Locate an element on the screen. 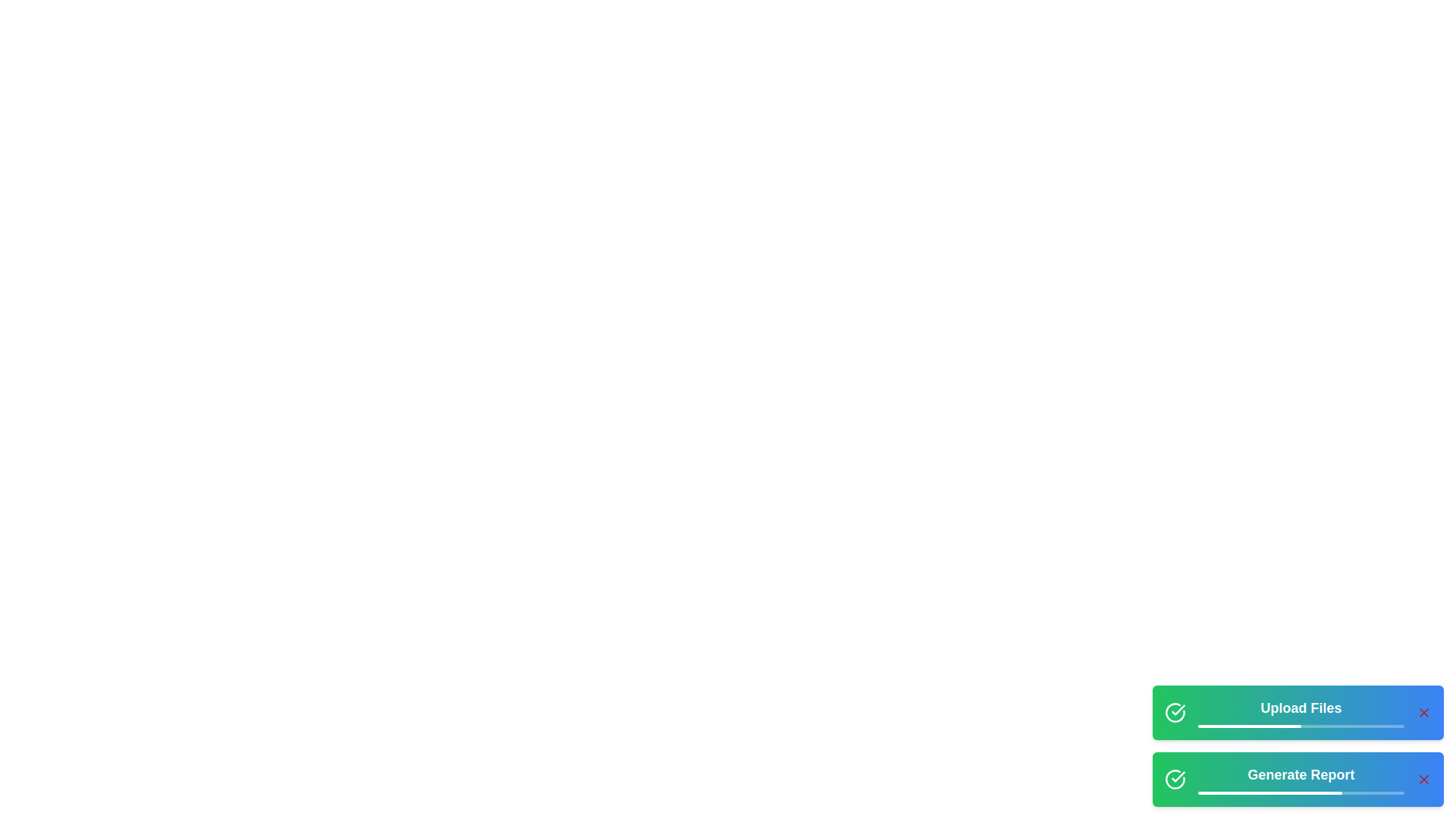 The height and width of the screenshot is (819, 1456). cancel button for the task named Upload Files is located at coordinates (1423, 713).